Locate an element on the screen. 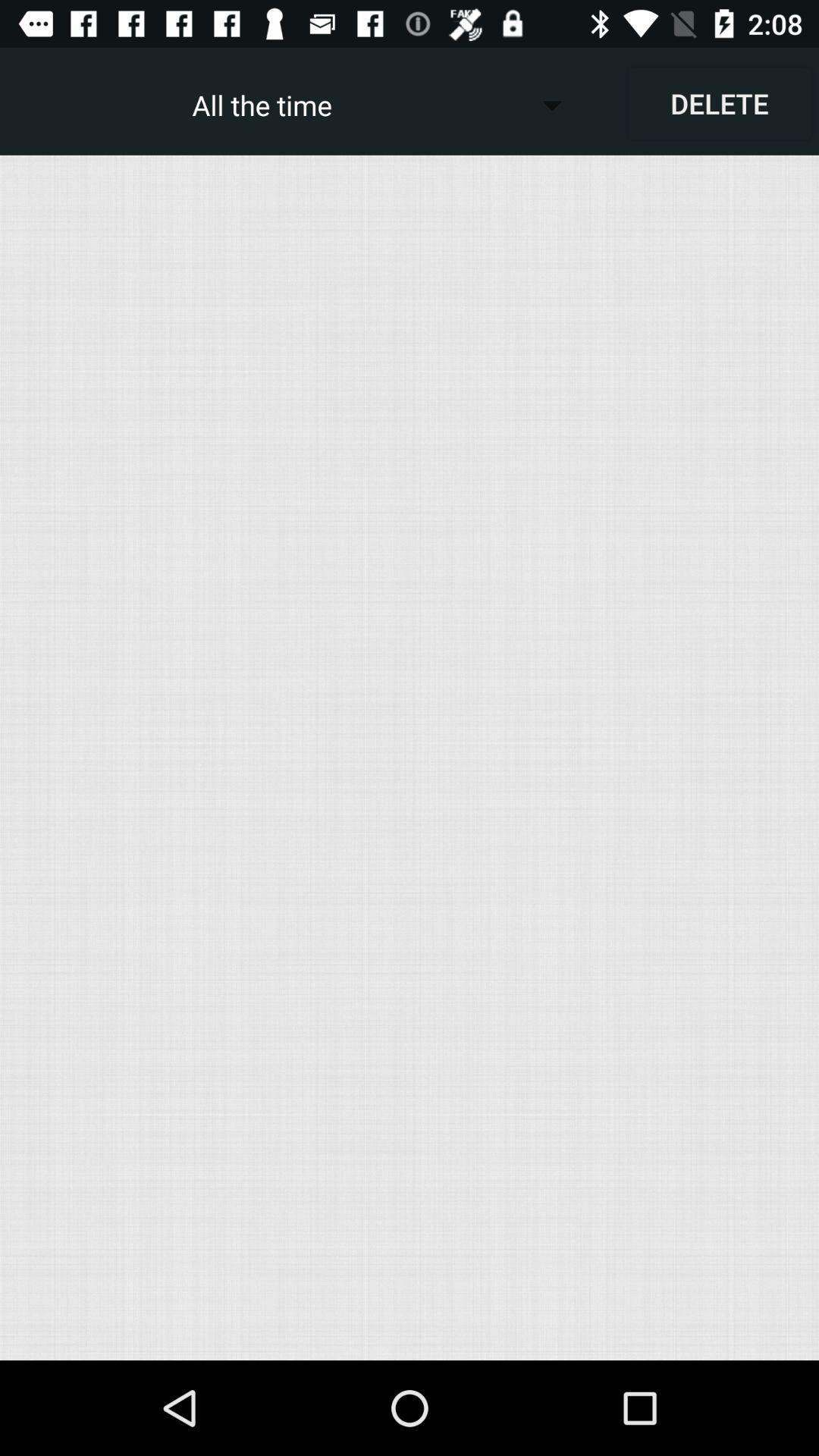 The height and width of the screenshot is (1456, 819). the item below the delete item is located at coordinates (409, 758).